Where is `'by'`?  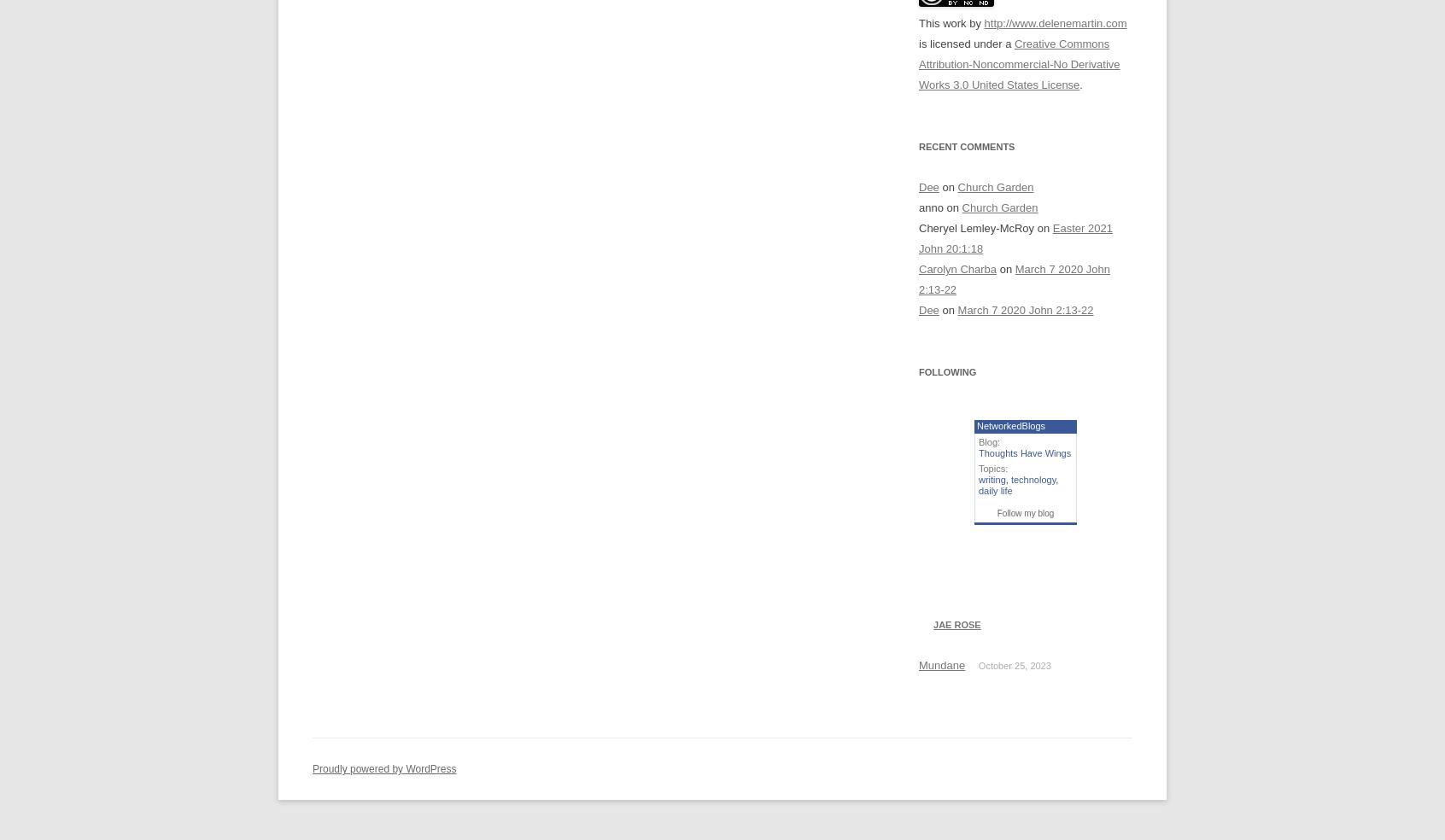 'by' is located at coordinates (974, 22).